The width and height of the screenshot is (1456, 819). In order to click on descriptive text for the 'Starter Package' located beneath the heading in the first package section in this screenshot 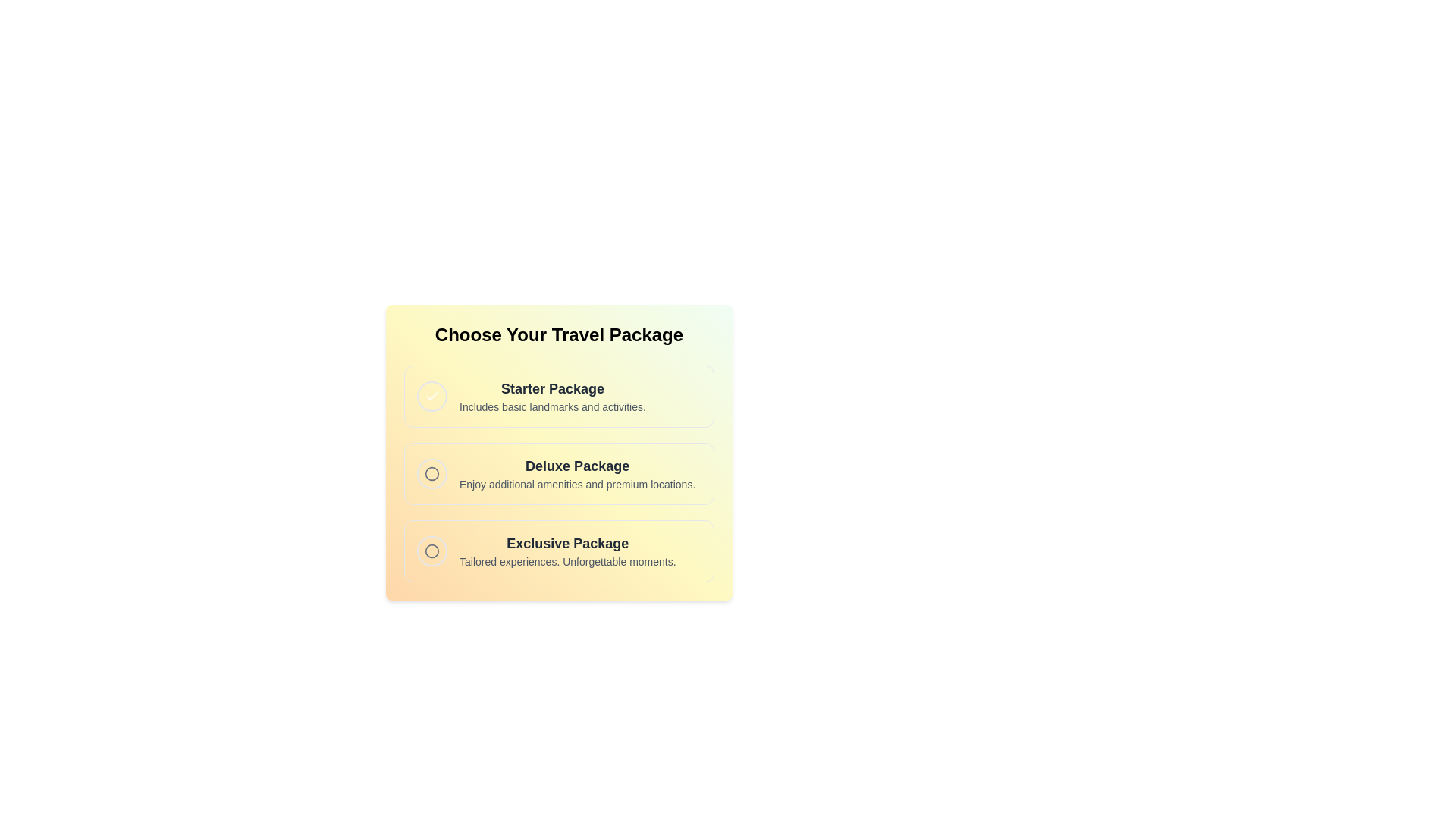, I will do `click(552, 406)`.